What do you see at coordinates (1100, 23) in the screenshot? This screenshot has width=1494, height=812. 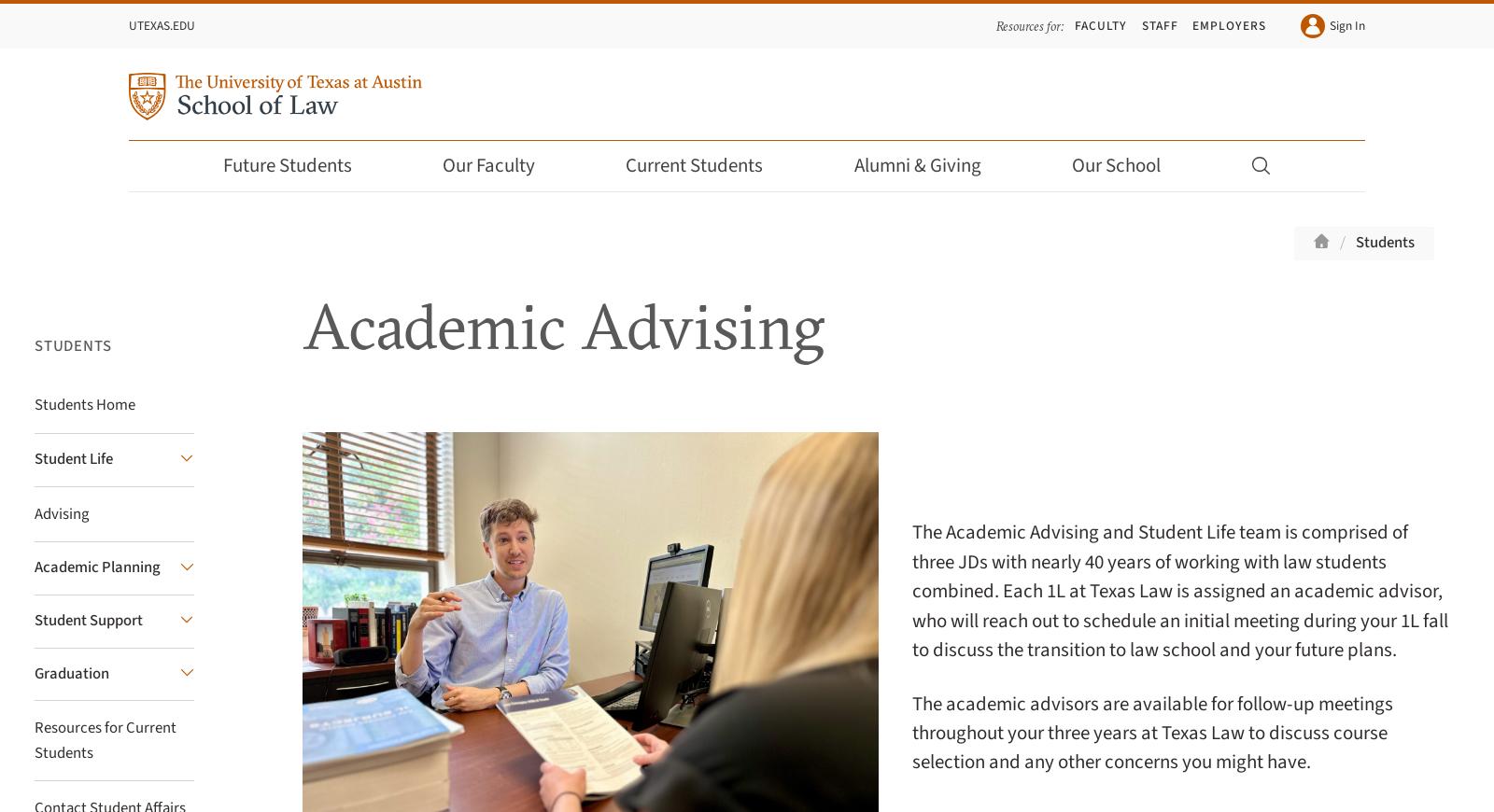 I see `'Faculty'` at bounding box center [1100, 23].